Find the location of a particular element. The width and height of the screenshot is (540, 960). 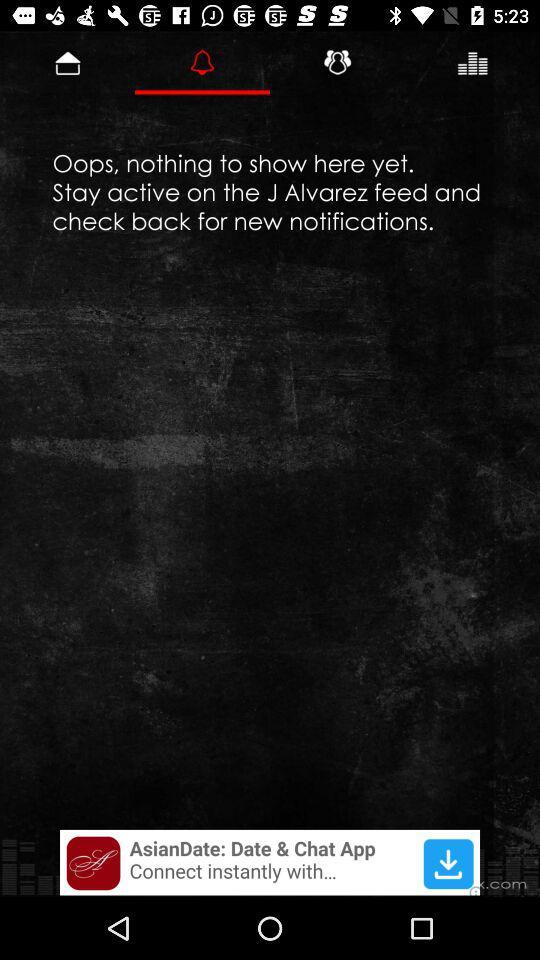

advertisement is located at coordinates (270, 861).